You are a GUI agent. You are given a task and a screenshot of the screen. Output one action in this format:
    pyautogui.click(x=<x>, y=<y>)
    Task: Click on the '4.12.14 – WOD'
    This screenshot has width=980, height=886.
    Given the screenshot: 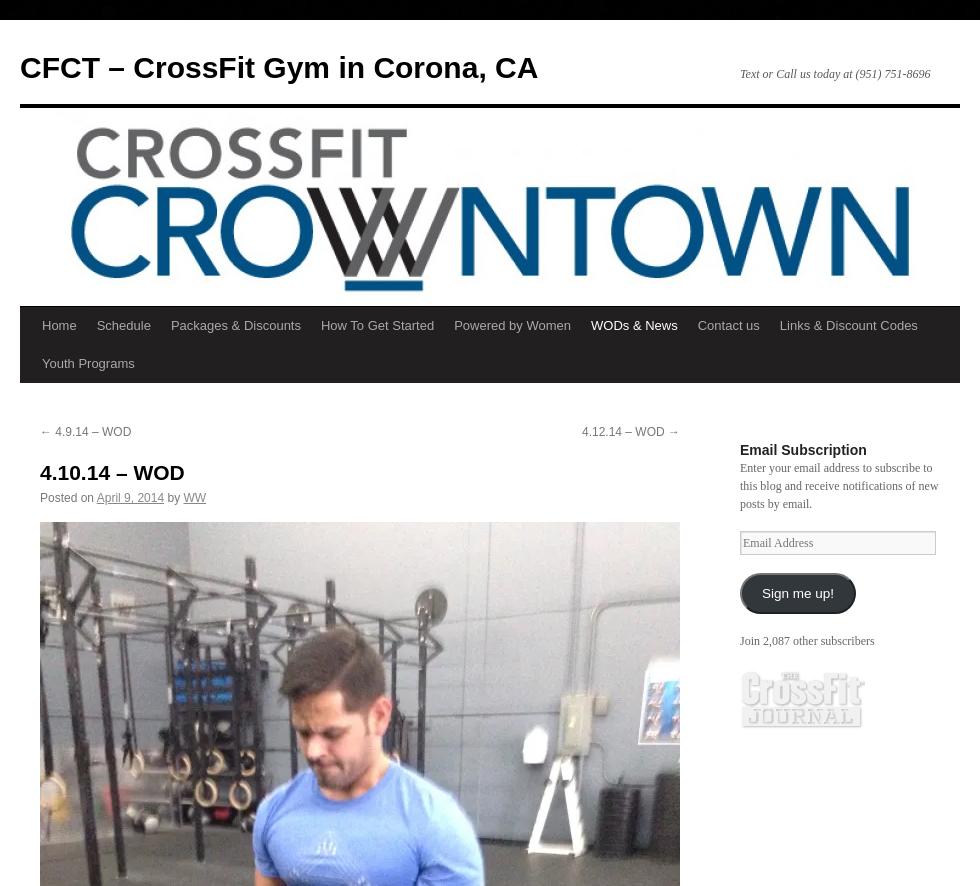 What is the action you would take?
    pyautogui.click(x=624, y=431)
    